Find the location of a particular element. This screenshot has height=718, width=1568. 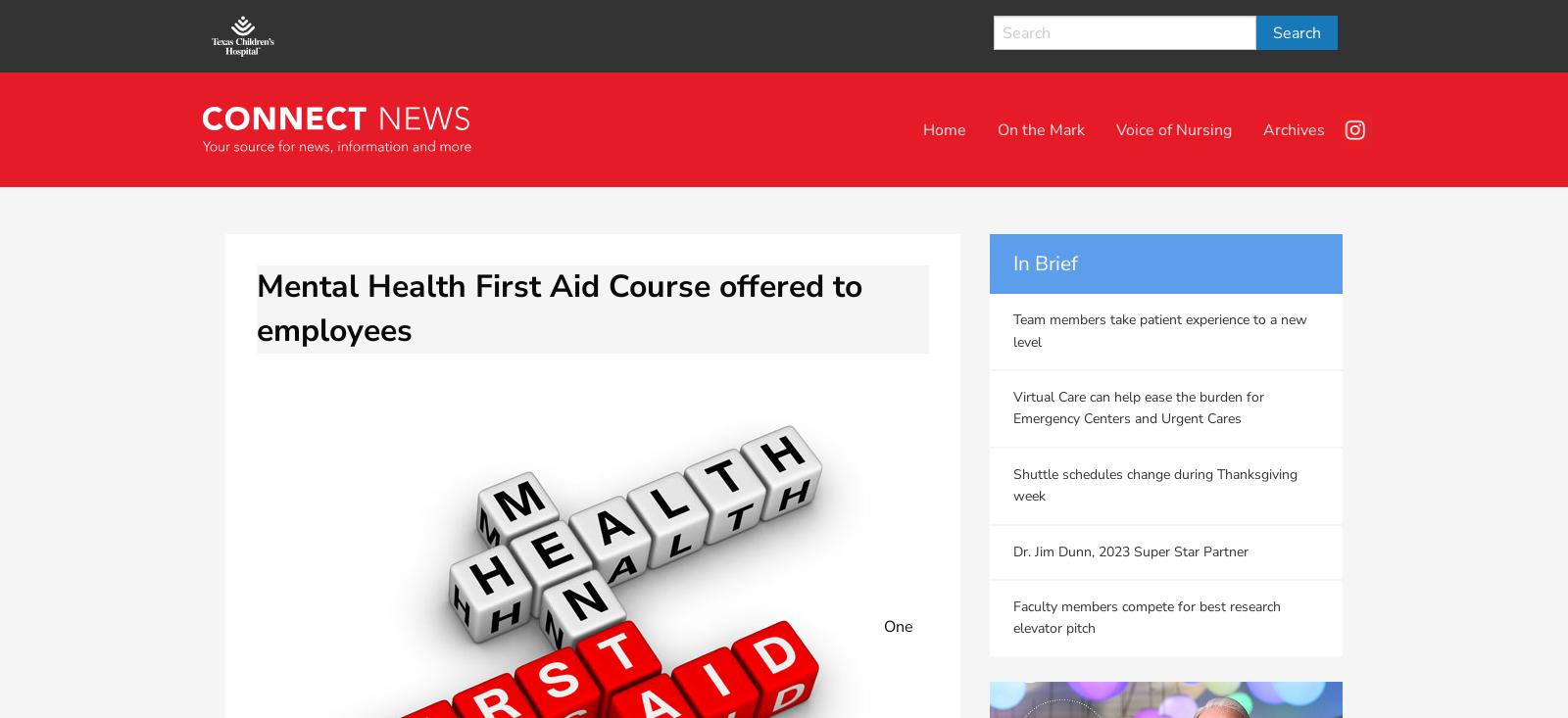

'In Brief' is located at coordinates (1046, 263).